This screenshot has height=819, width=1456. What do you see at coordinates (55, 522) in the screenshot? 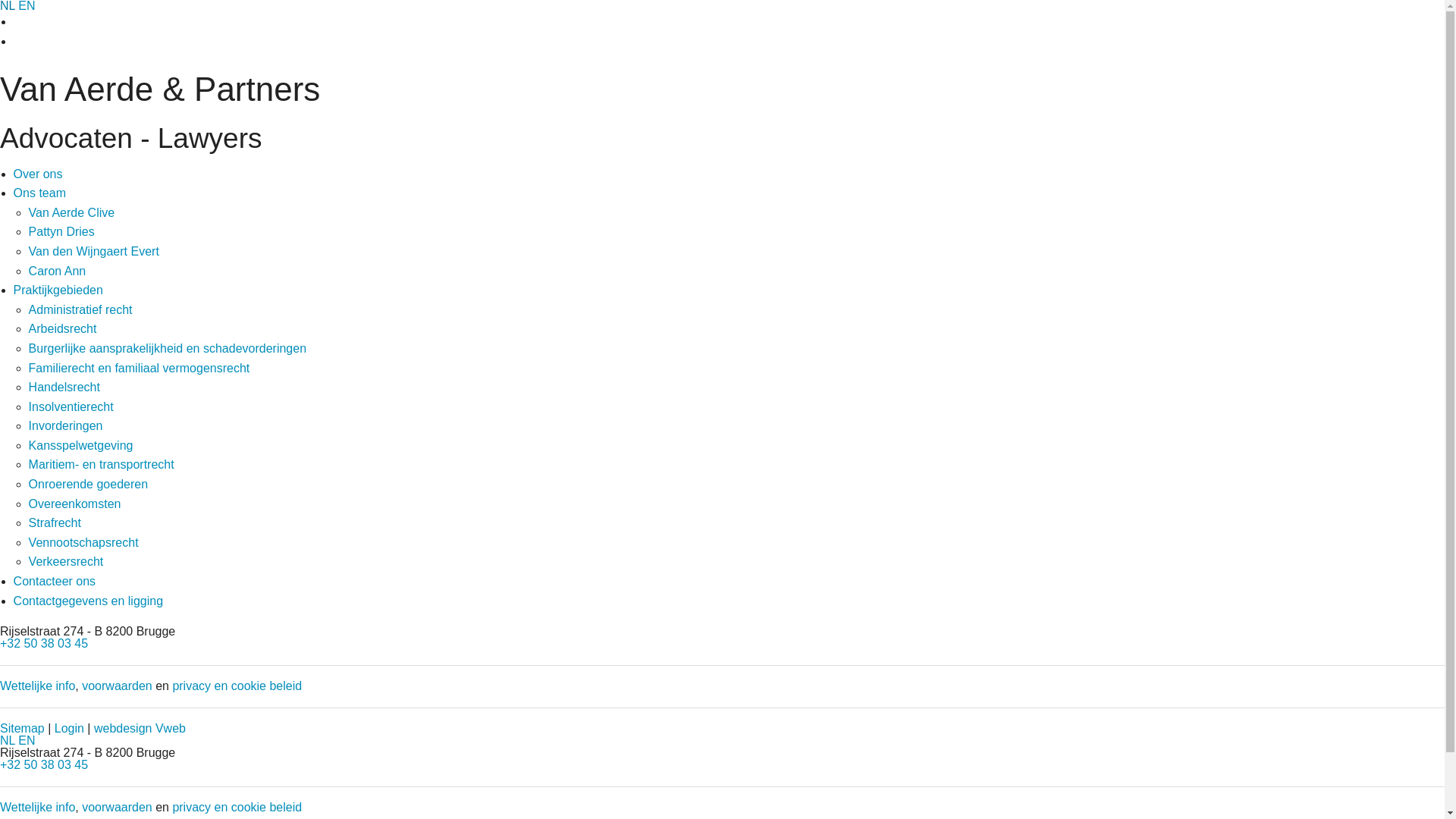
I see `'Strafrecht'` at bounding box center [55, 522].